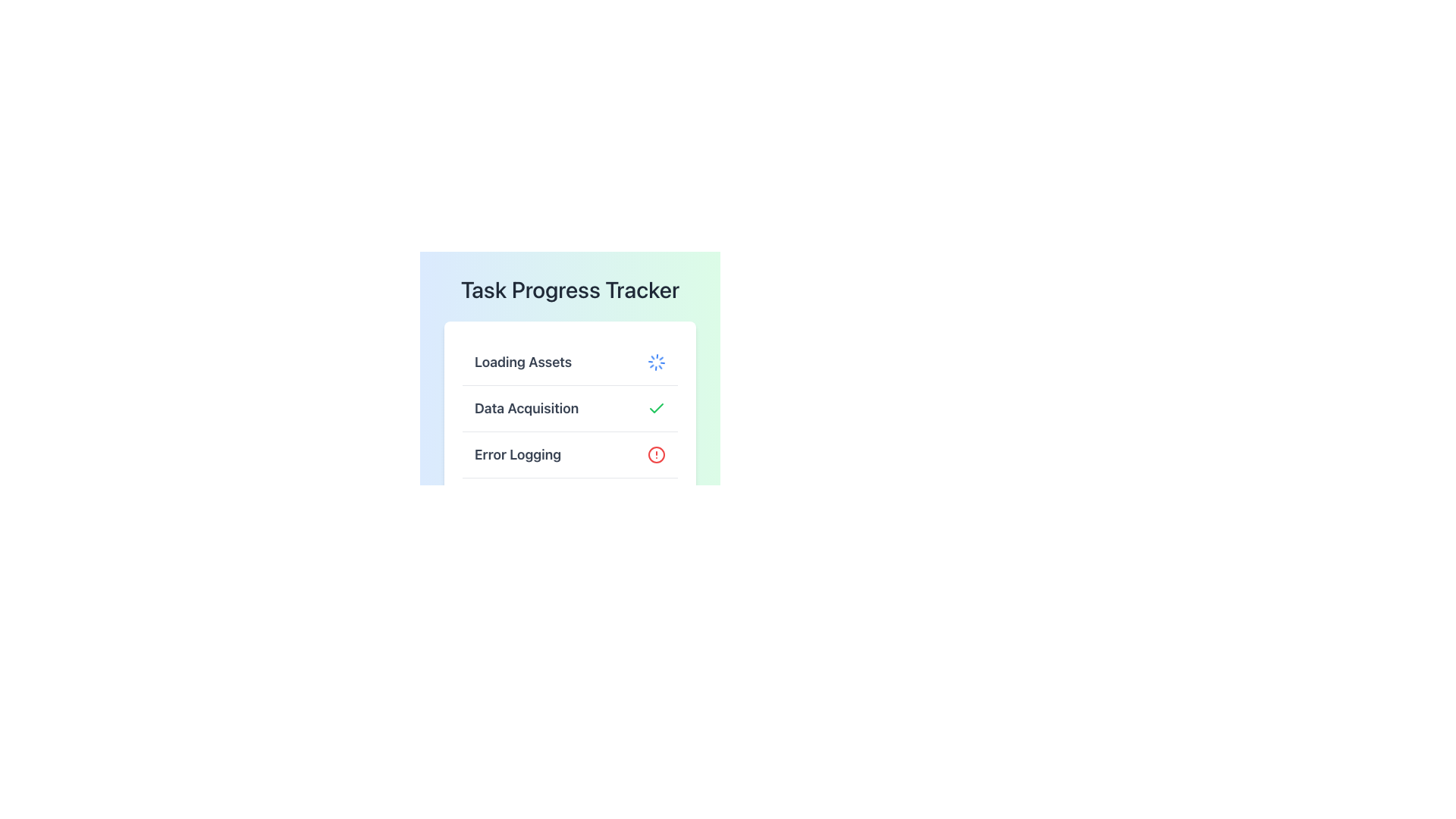 The image size is (1456, 819). Describe the element at coordinates (570, 362) in the screenshot. I see `text 'Loading Assets' from the topmost Text block with a spinner icon in the 'Task Progress Tracker' section, which indicates that assets are currently being loaded` at that location.